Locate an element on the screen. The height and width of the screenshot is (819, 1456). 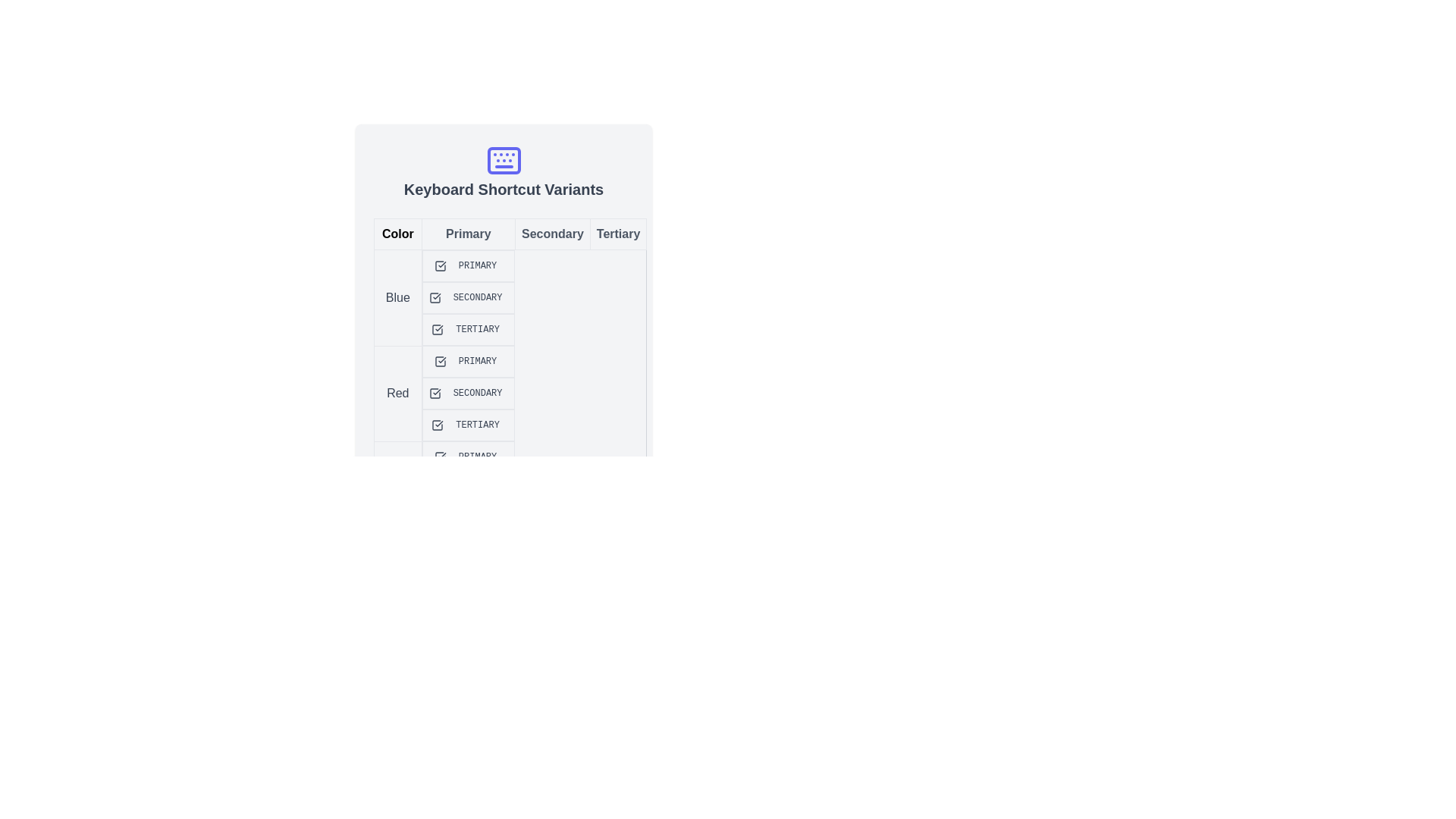
the 'SECONDARY' checkbox element, which features a gray border and a blue checkmark is located at coordinates (468, 298).